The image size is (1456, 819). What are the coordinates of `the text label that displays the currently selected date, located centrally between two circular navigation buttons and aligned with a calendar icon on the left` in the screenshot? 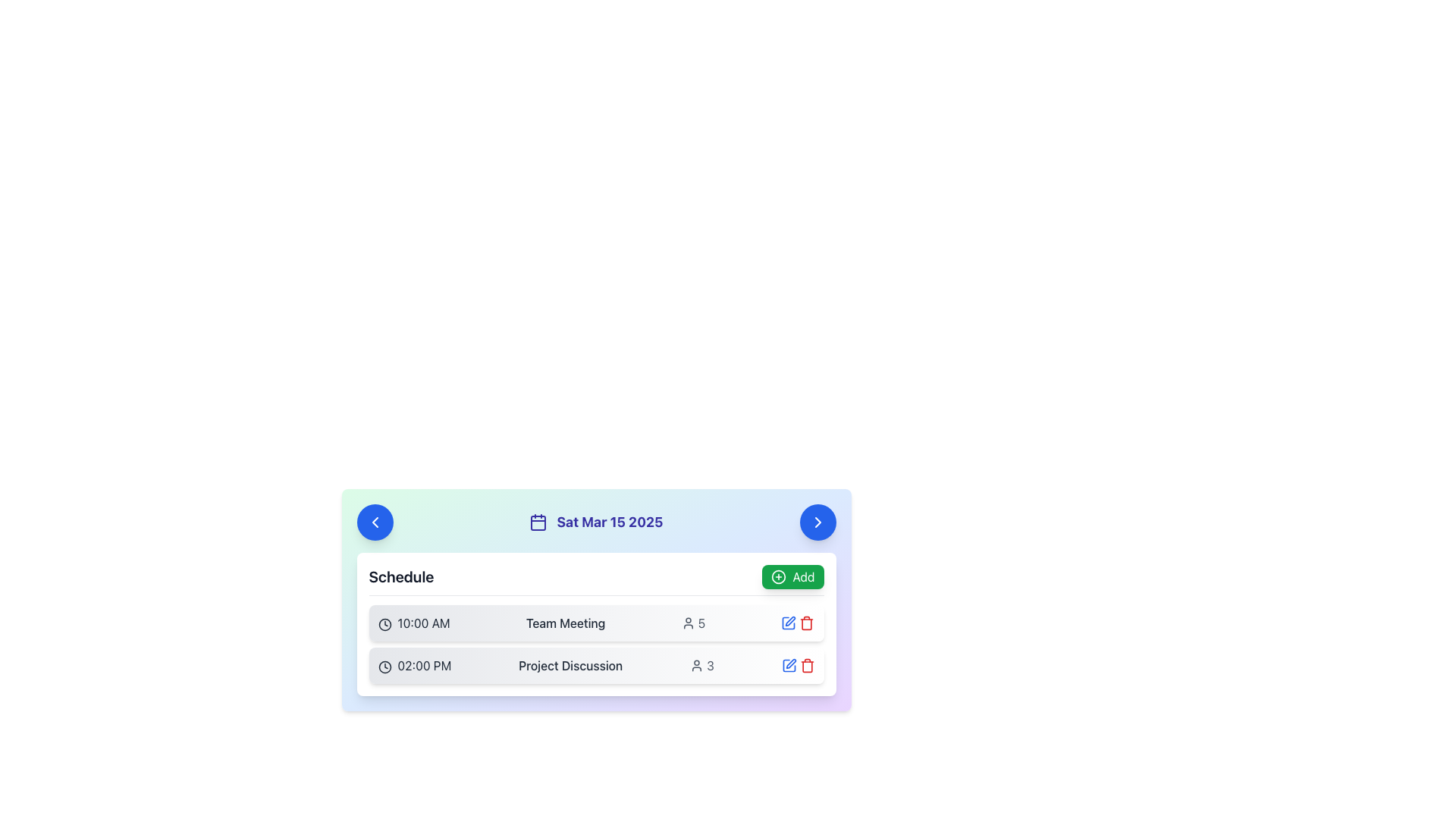 It's located at (595, 522).